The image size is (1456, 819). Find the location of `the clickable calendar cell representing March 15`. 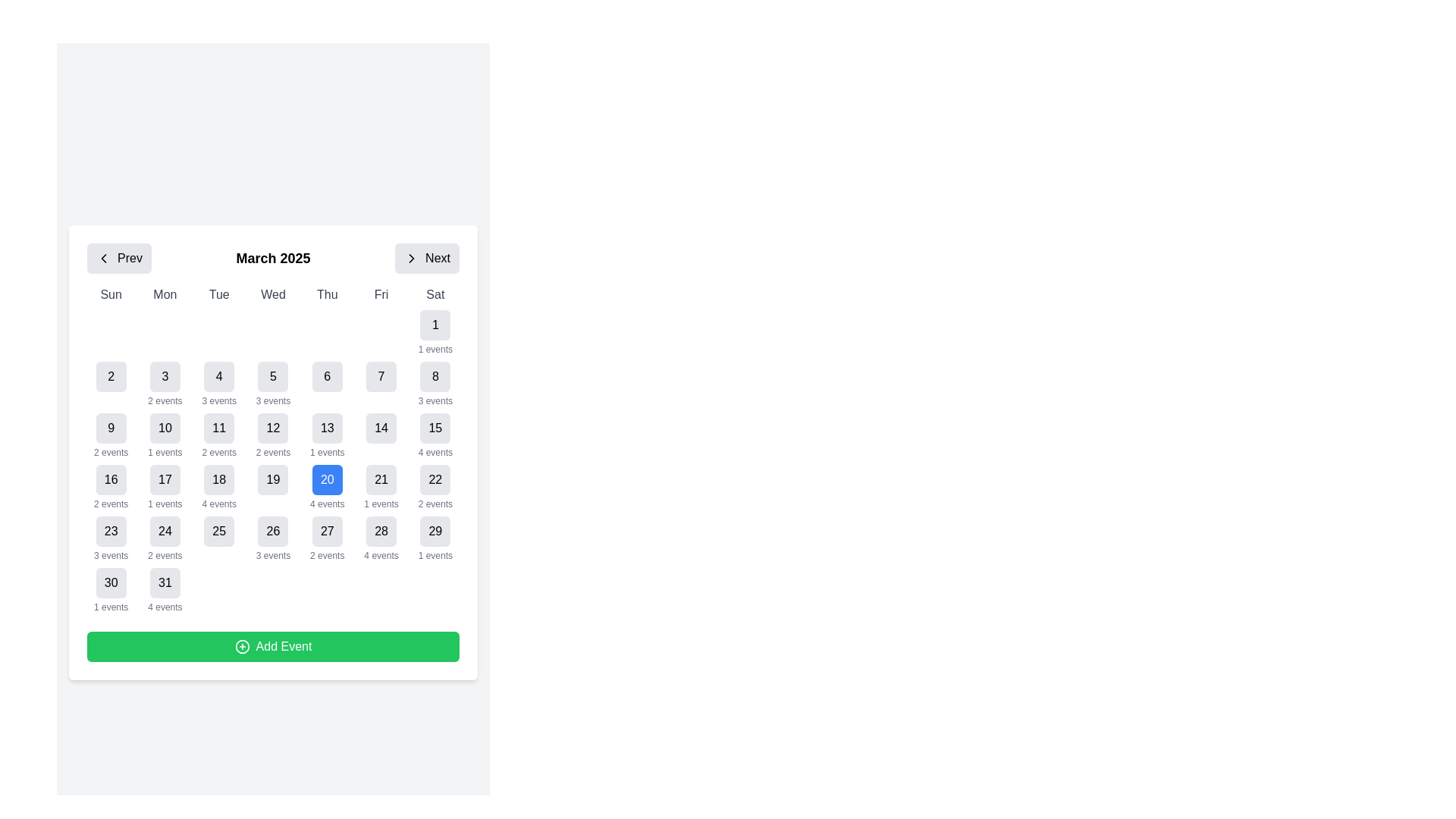

the clickable calendar cell representing March 15 is located at coordinates (435, 435).